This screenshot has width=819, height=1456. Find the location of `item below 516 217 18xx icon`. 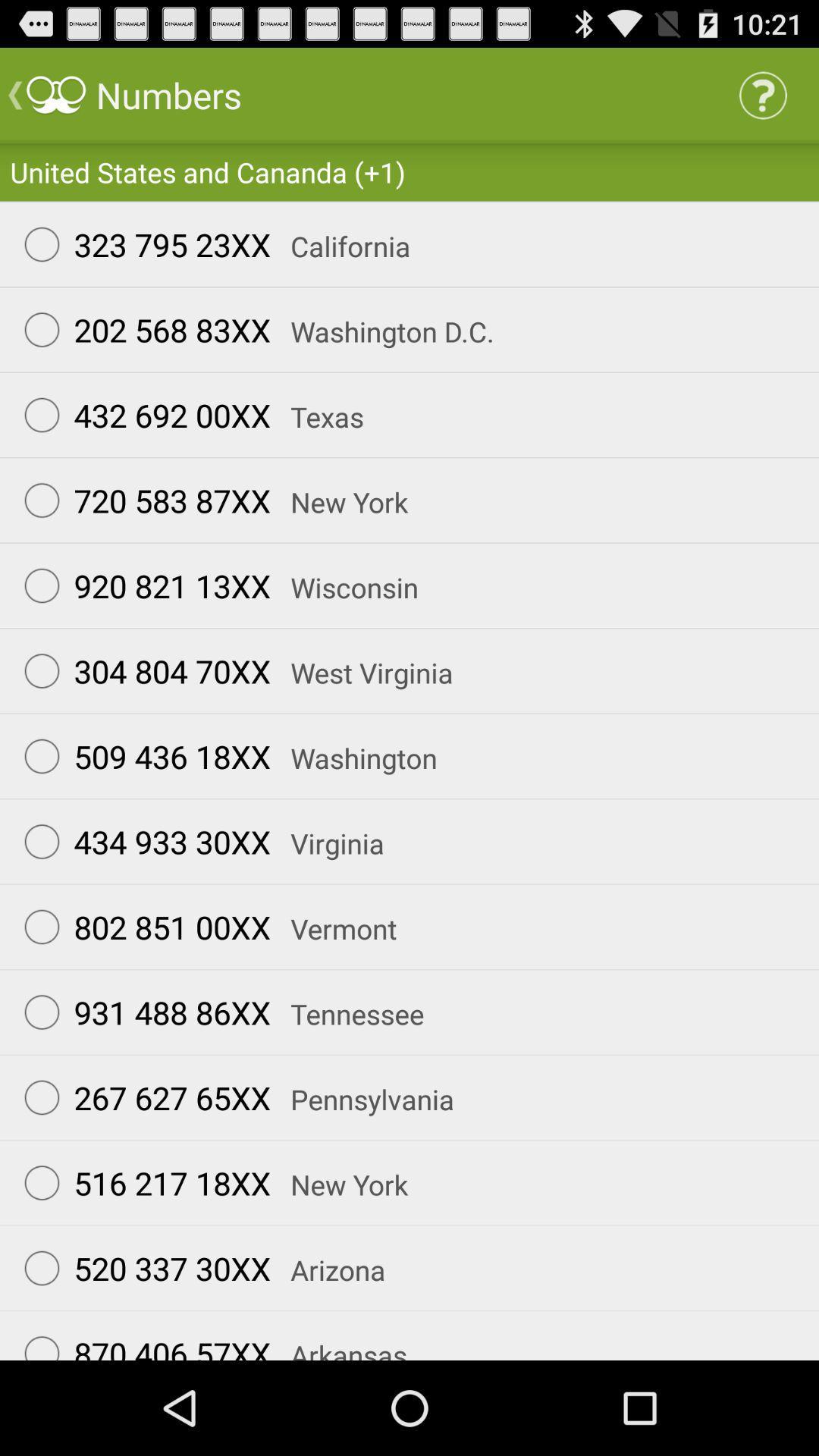

item below 516 217 18xx icon is located at coordinates (140, 1268).